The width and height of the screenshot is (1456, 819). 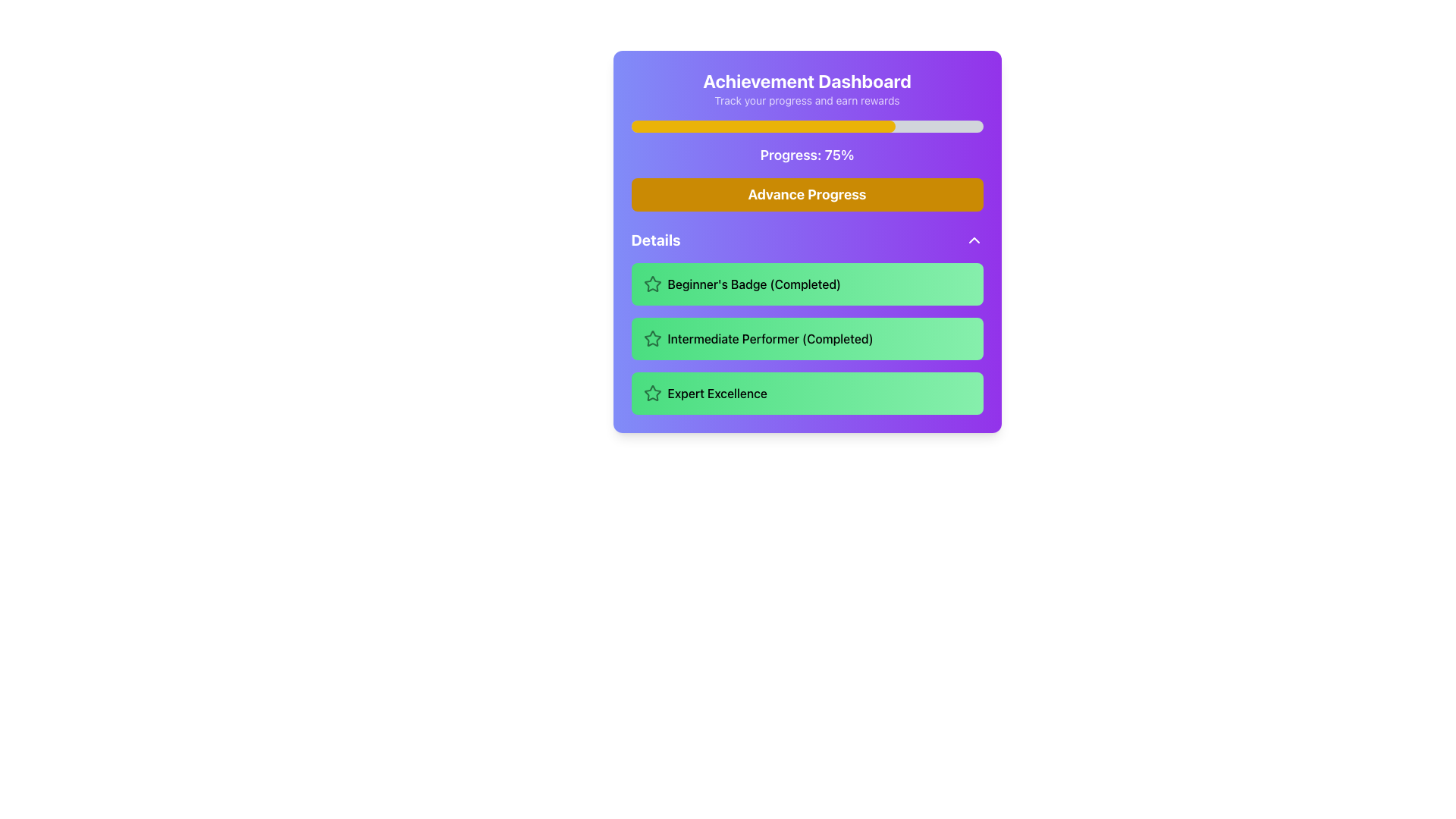 What do you see at coordinates (652, 284) in the screenshot?
I see `the pulsating animation of the star-shaped icon located to the left of the text 'Beginner's Badge (Completed)' on a green background` at bounding box center [652, 284].